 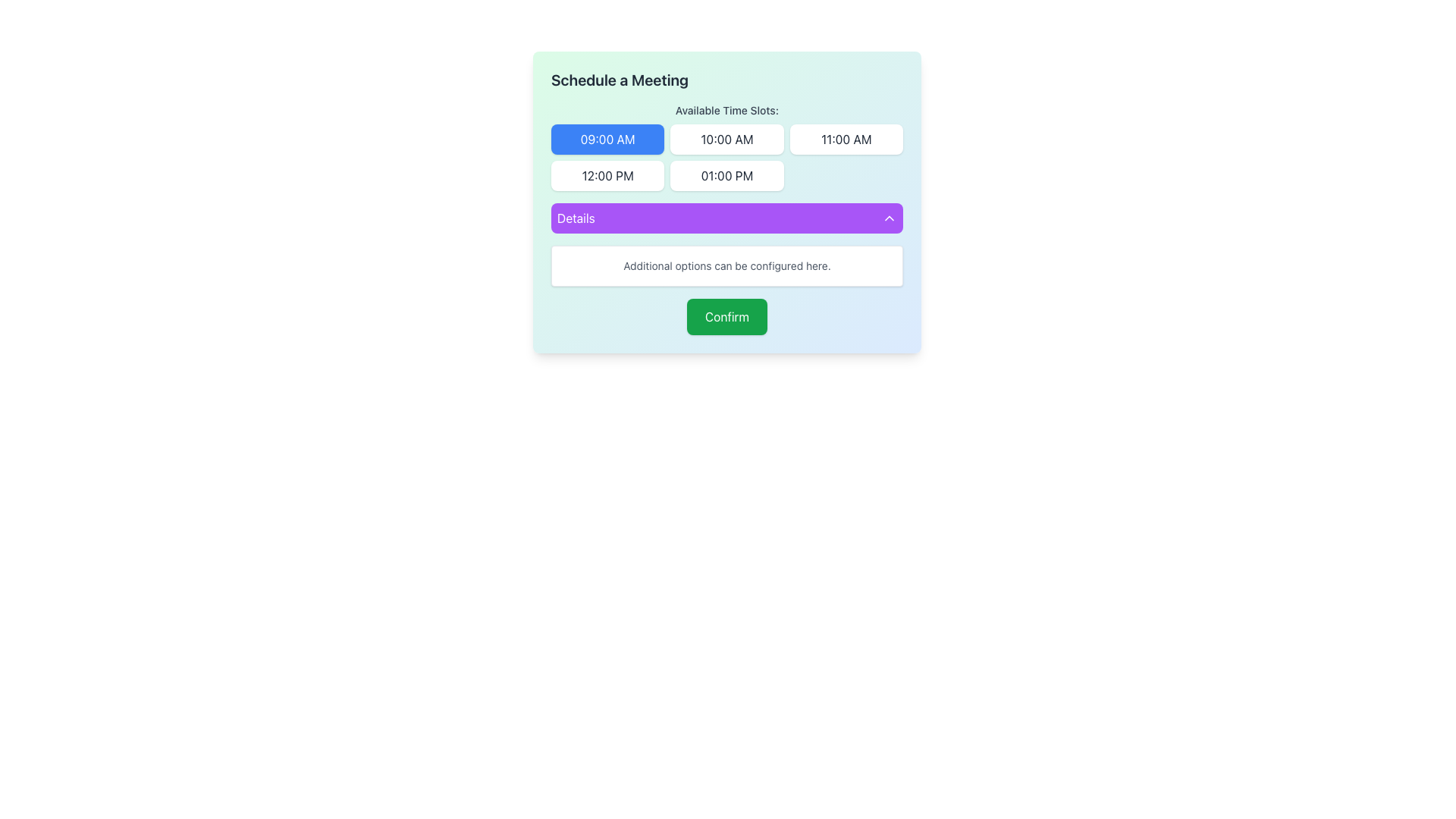 I want to click on the '01:00 PM' button in the time slot selection panel, so click(x=726, y=174).